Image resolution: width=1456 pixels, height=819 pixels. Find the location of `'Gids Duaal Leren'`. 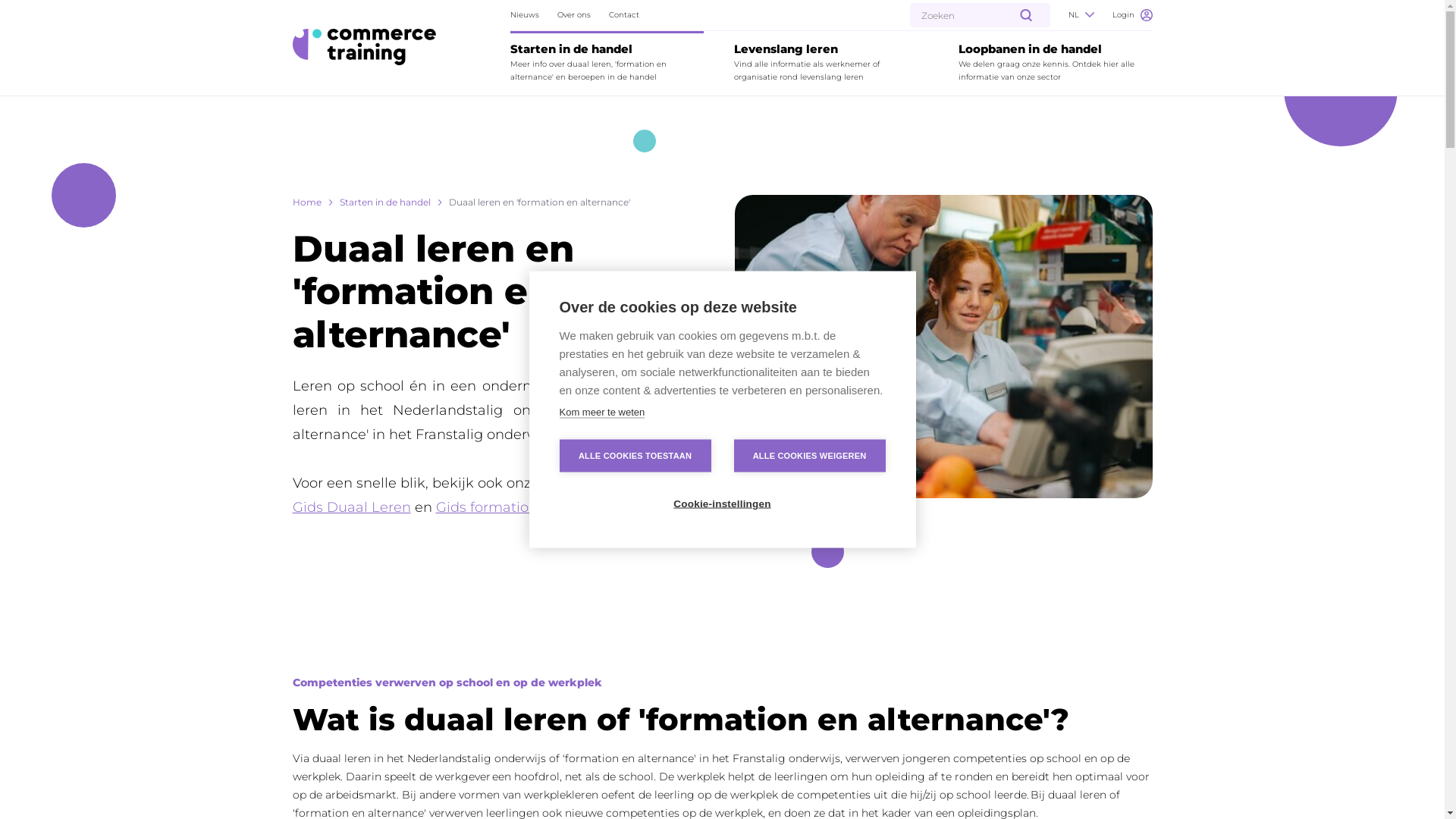

'Gids Duaal Leren' is located at coordinates (351, 507).